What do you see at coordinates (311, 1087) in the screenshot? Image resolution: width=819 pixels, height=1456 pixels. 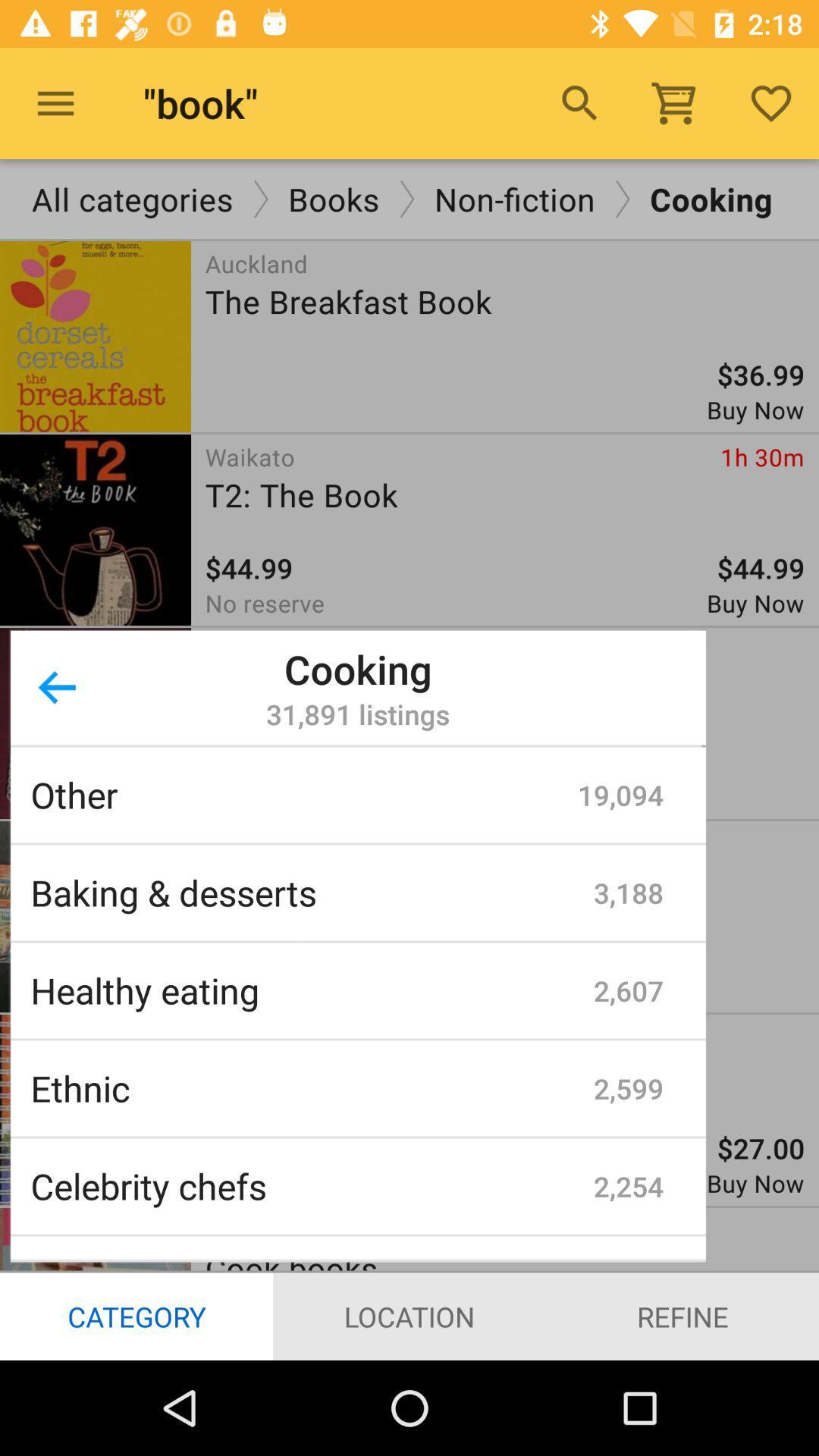 I see `ethnic` at bounding box center [311, 1087].